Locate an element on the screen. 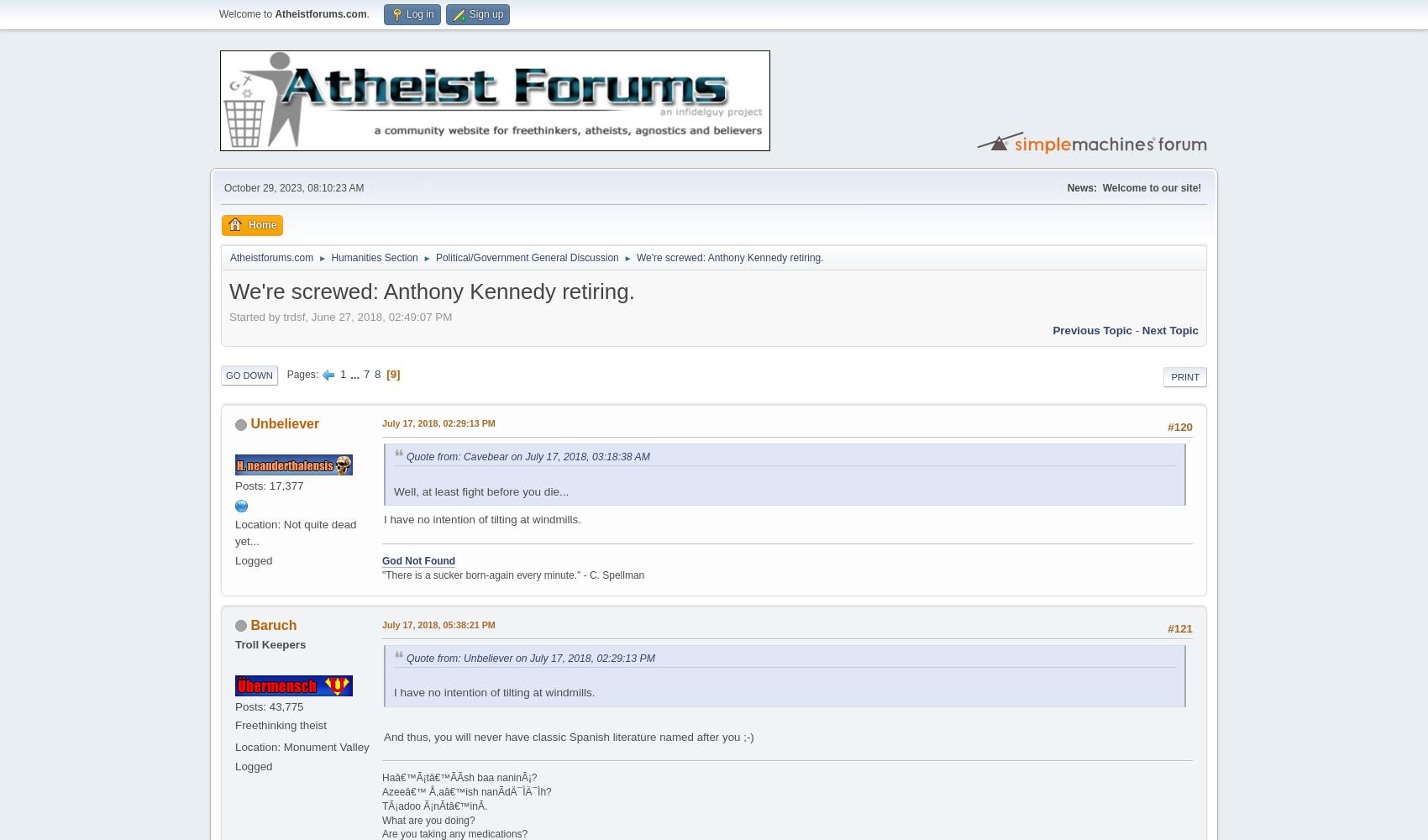  'God Not Found' is located at coordinates (418, 560).